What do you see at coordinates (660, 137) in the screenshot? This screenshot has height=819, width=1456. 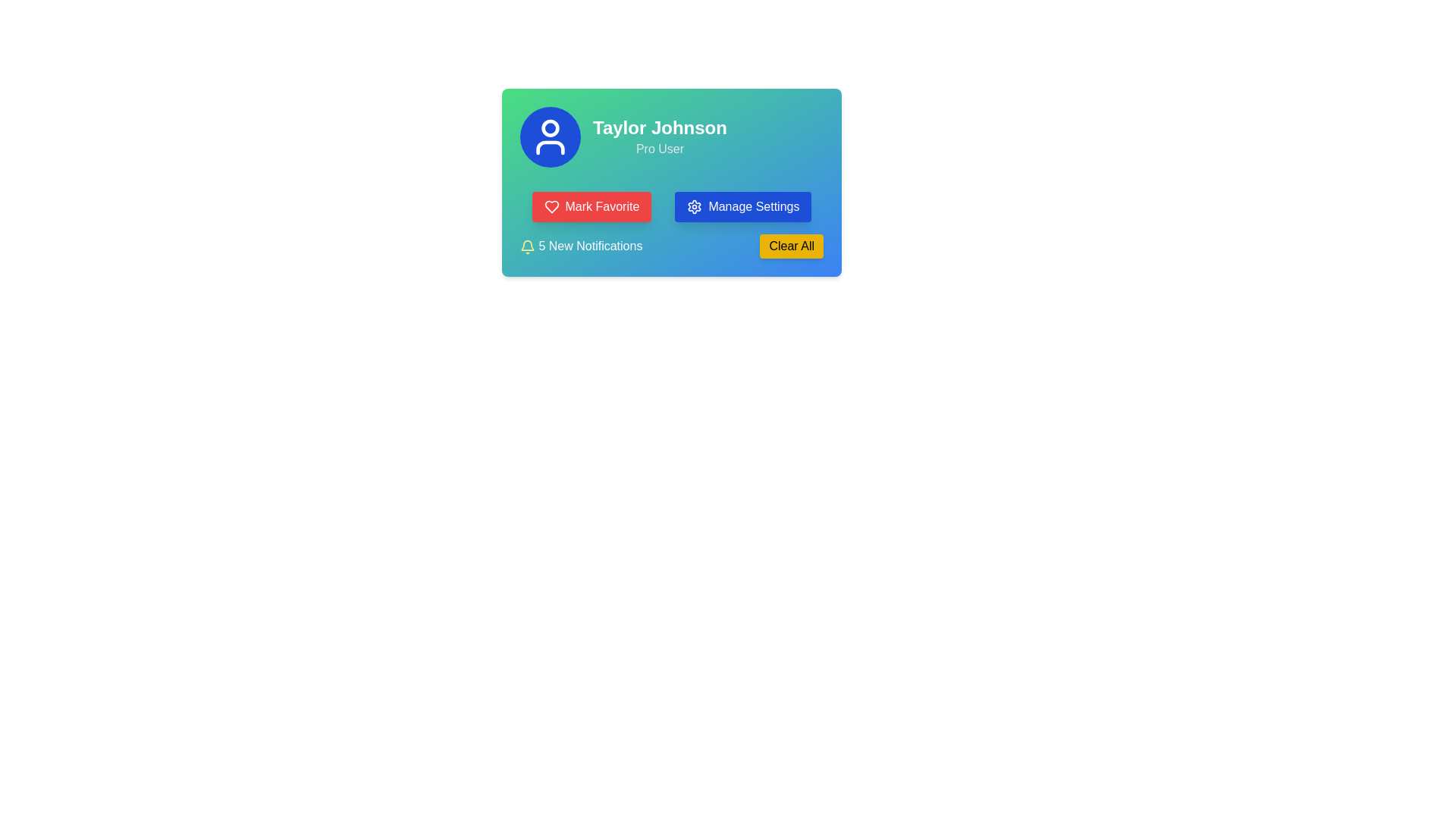 I see `the user identification header displaying the user's name and status (Pro User) located at the top-right portion of the interface within a card-like structure` at bounding box center [660, 137].